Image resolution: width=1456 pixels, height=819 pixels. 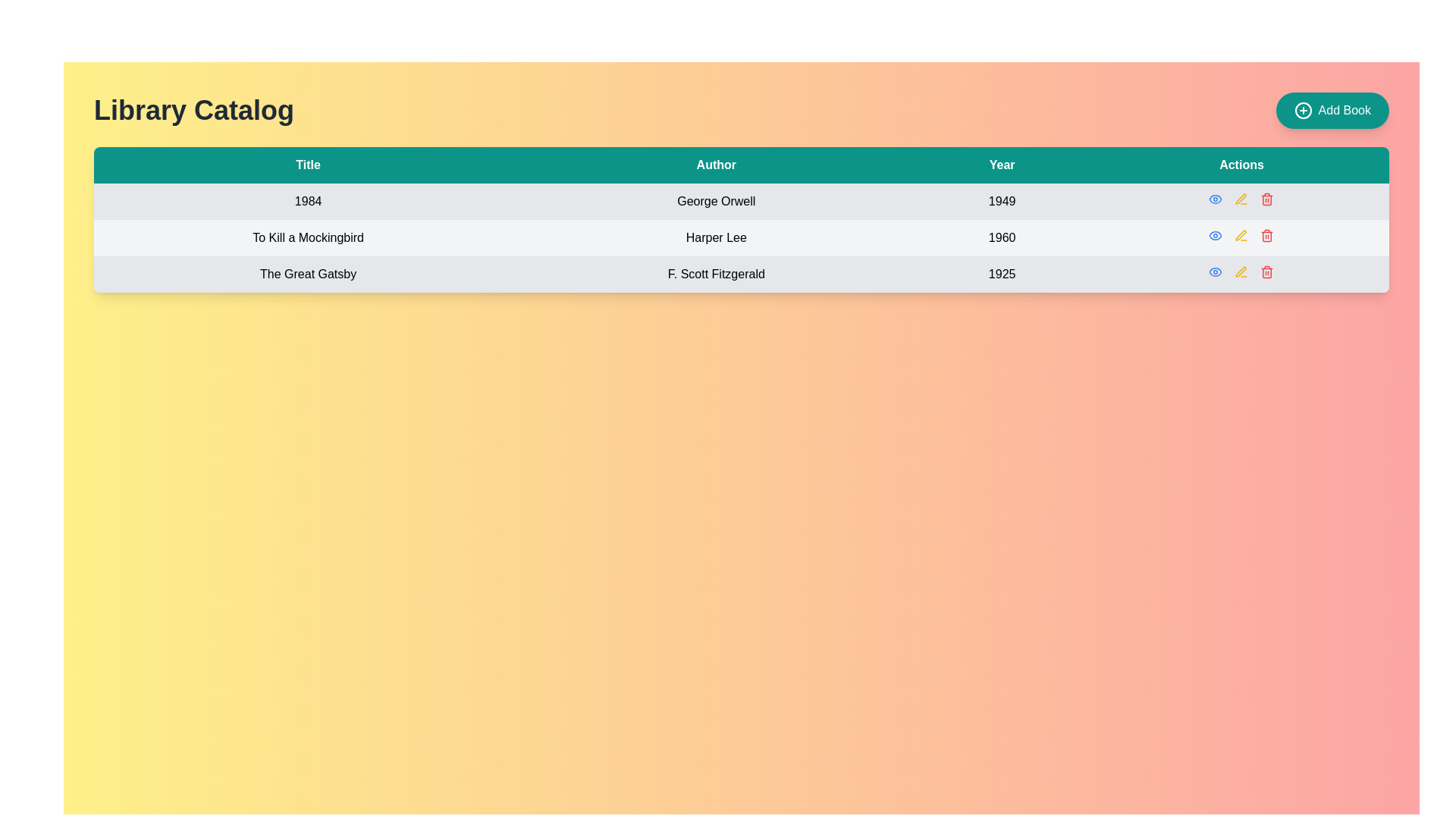 What do you see at coordinates (307, 201) in the screenshot?
I see `the static text label displaying '1984', which is located in the first column of the second row of a table, directly below the header 'Title'` at bounding box center [307, 201].